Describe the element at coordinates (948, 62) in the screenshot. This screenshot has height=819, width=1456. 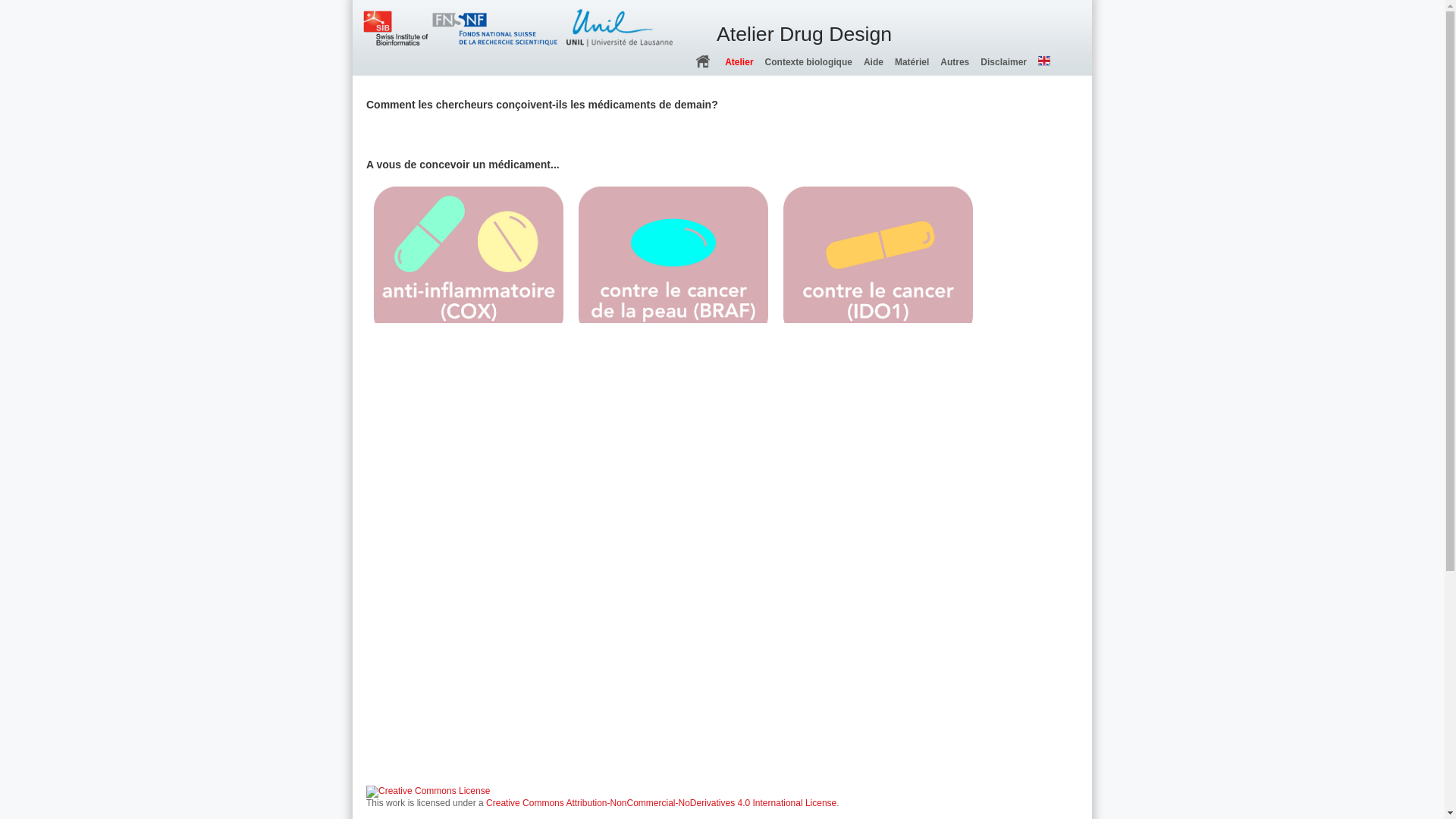
I see `'Autres'` at that location.